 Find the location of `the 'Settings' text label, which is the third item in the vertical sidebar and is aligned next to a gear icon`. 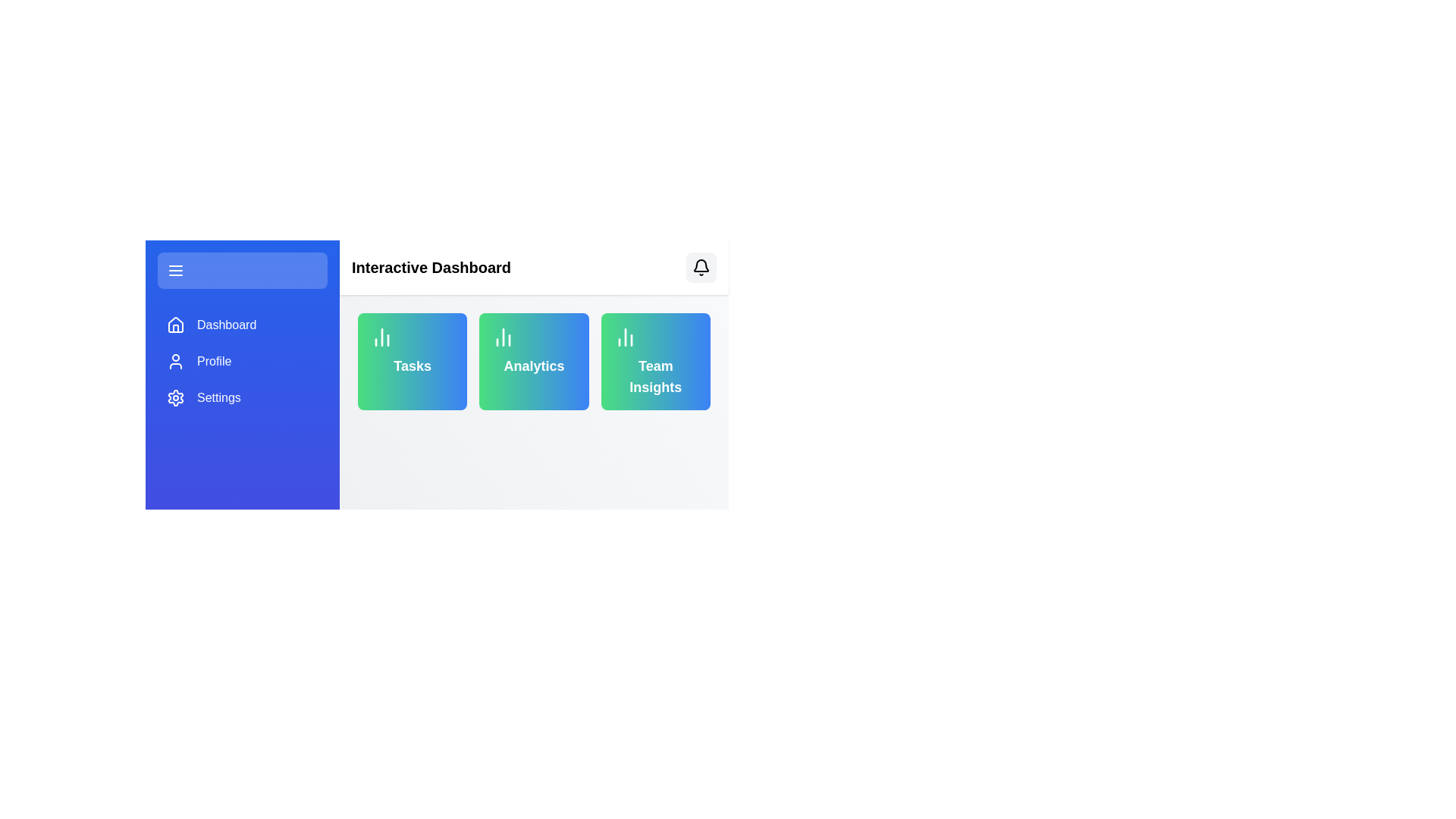

the 'Settings' text label, which is the third item in the vertical sidebar and is aligned next to a gear icon is located at coordinates (218, 397).